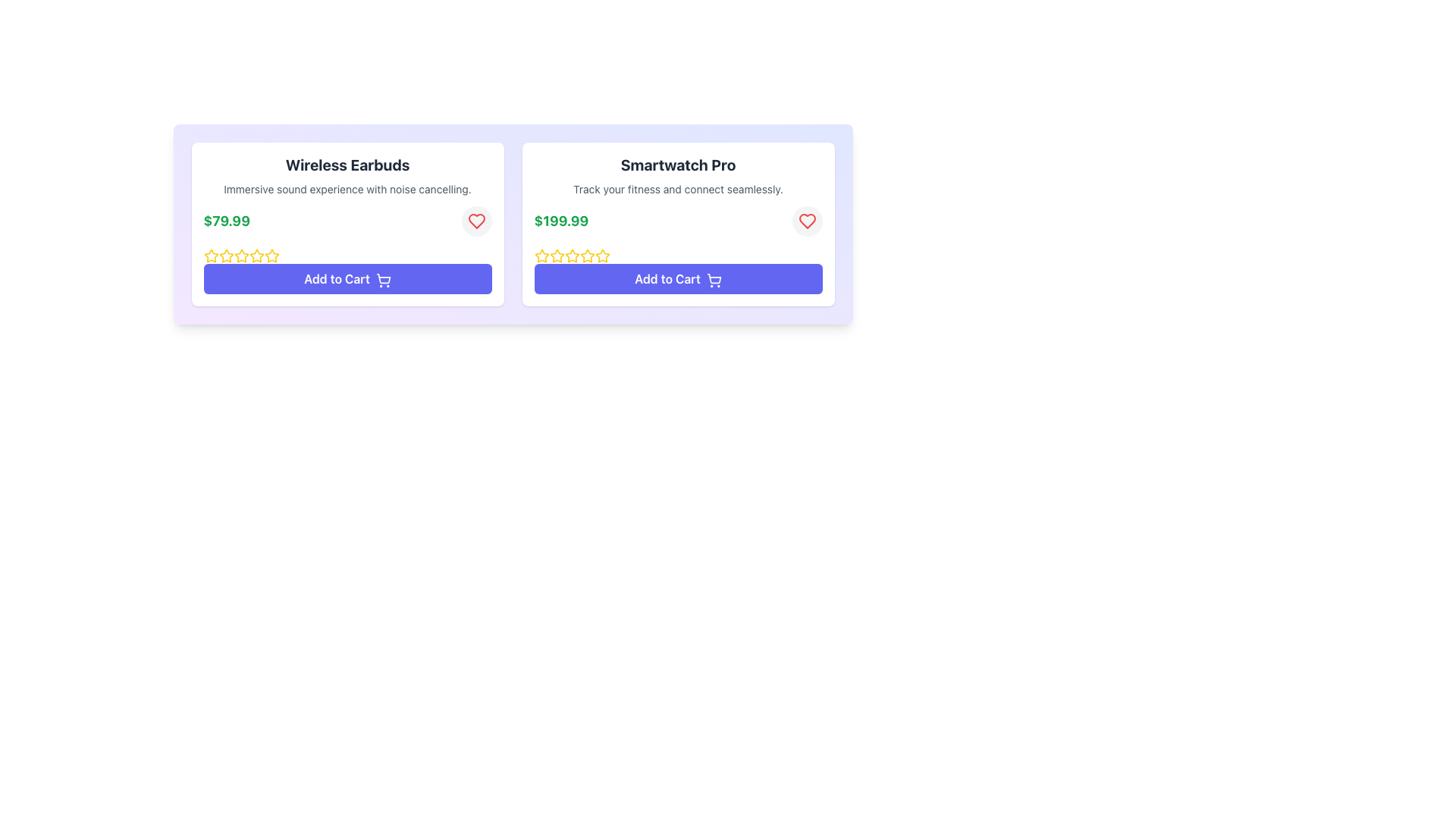 The image size is (1456, 819). I want to click on the first star in the five-star rating system on the 'Smartwatch Pro' card to provide one-star feedback, so click(541, 255).